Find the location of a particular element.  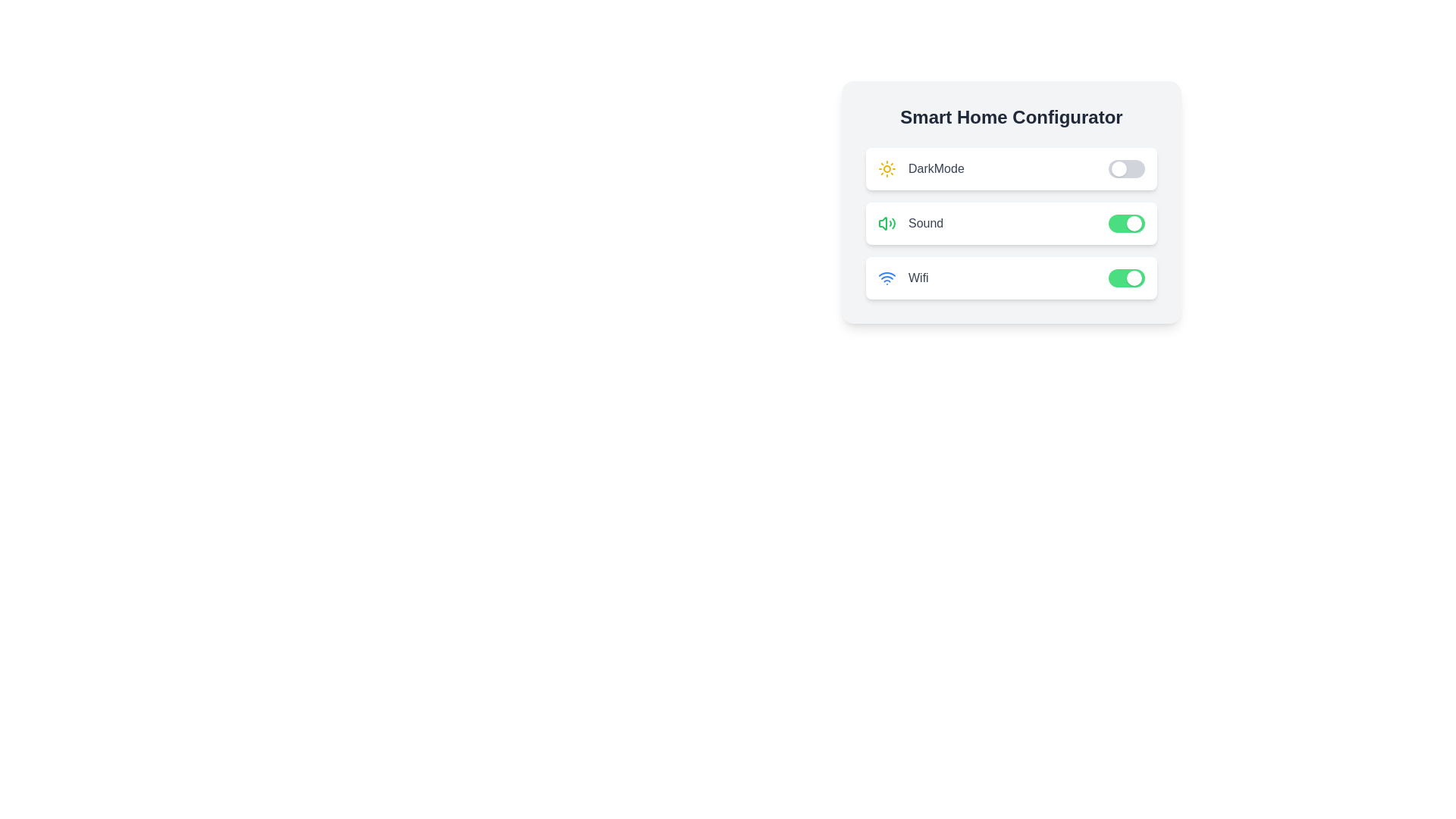

the sun icon located in the upper-left area of the 'DarkMode' section is located at coordinates (887, 169).